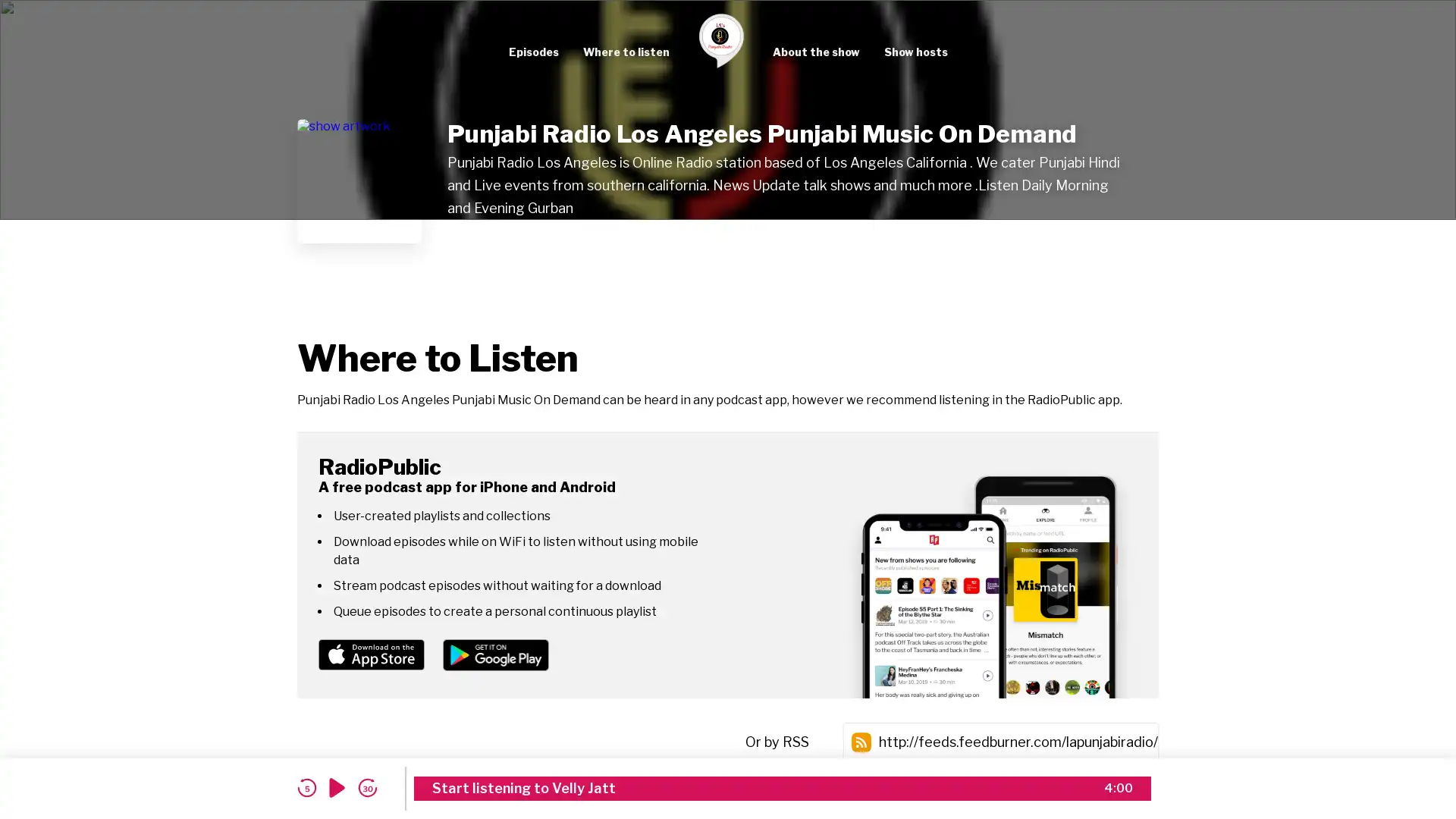 The image size is (1456, 819). Describe the element at coordinates (337, 787) in the screenshot. I see `play audio` at that location.